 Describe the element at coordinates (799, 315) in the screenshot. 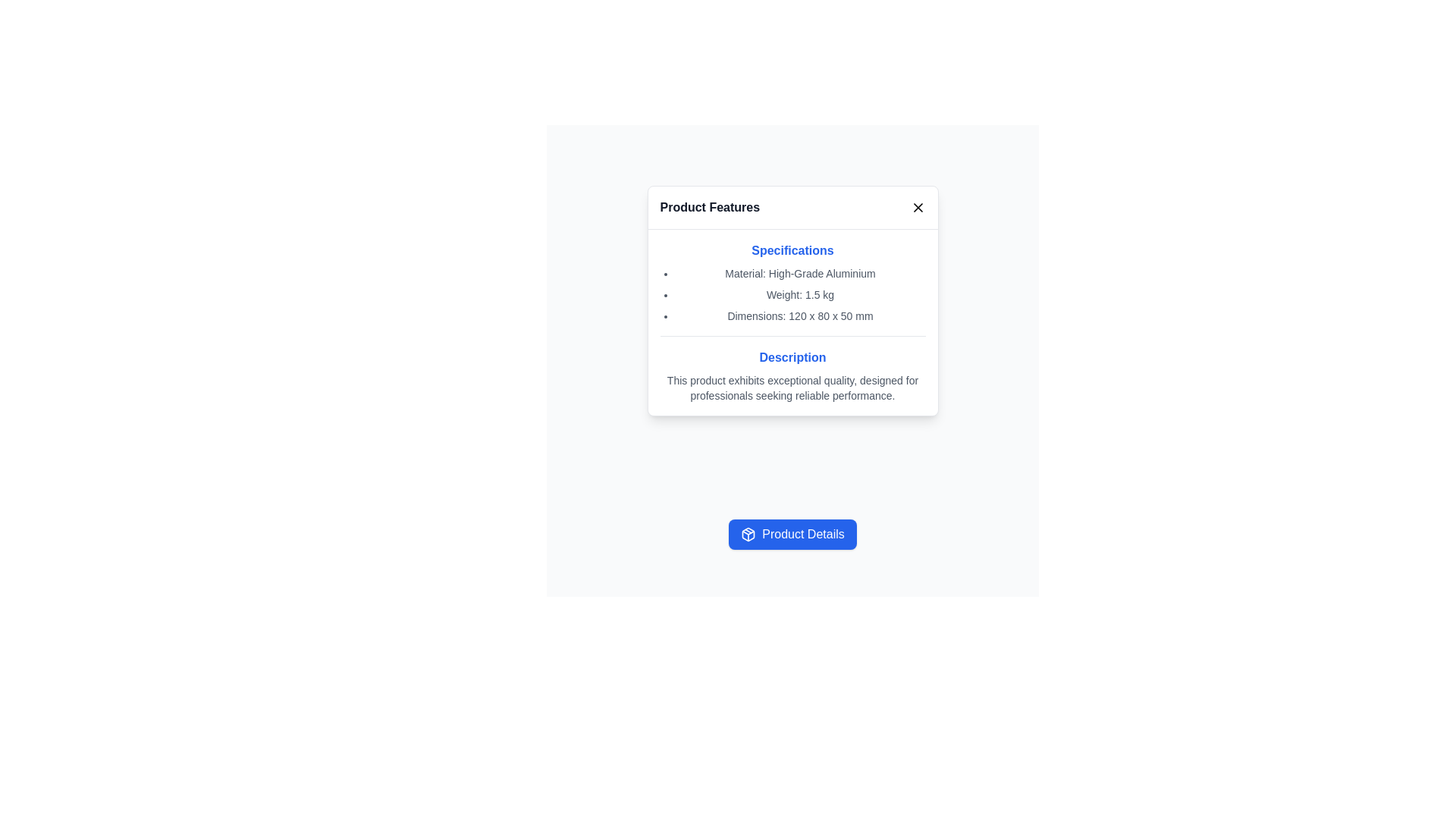

I see `the Text Label displaying product dimensions, which is the third item under the 'Specifications' header` at that location.